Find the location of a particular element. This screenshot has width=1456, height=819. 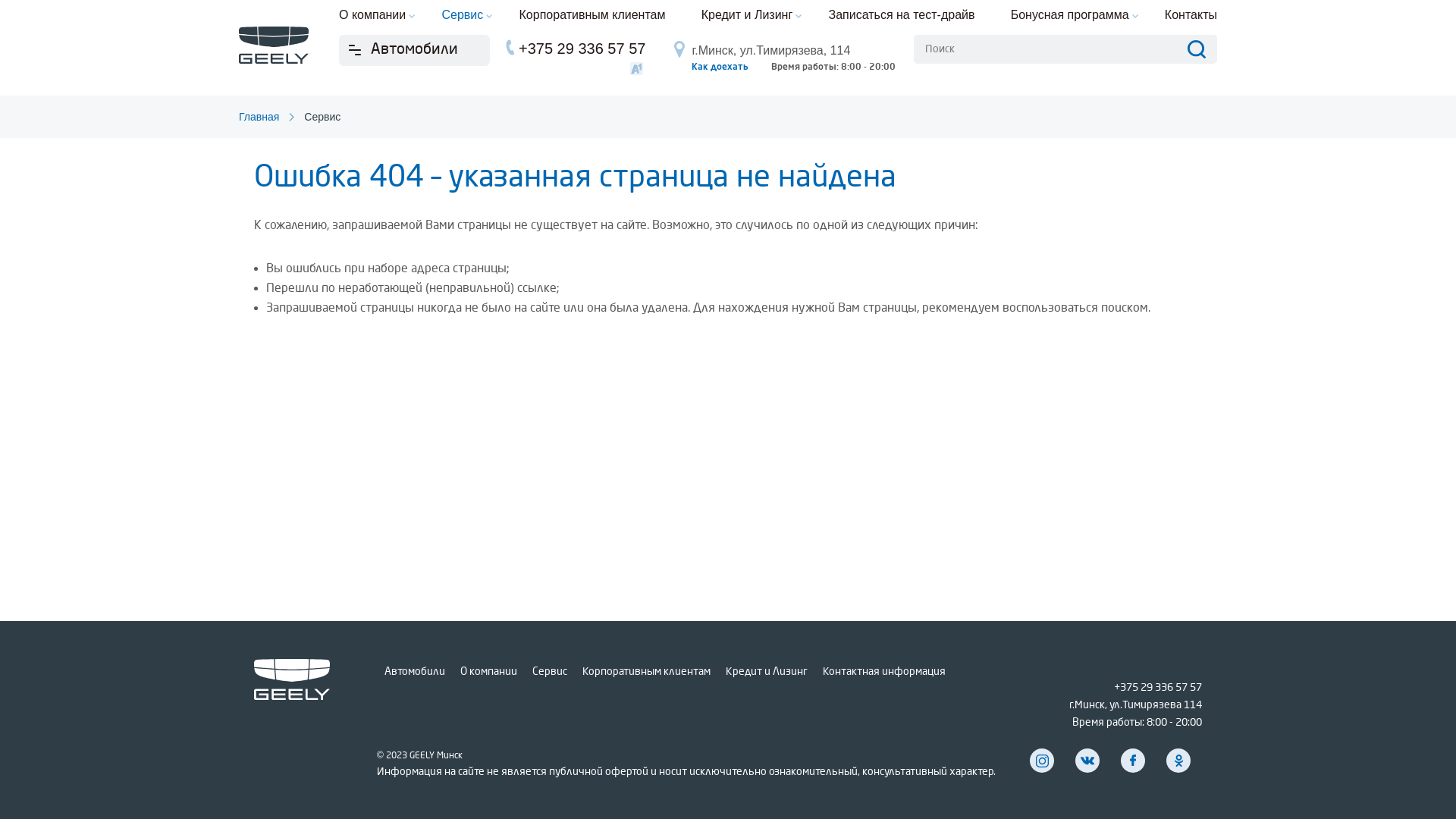

'+375 29 336 57 57' is located at coordinates (581, 48).